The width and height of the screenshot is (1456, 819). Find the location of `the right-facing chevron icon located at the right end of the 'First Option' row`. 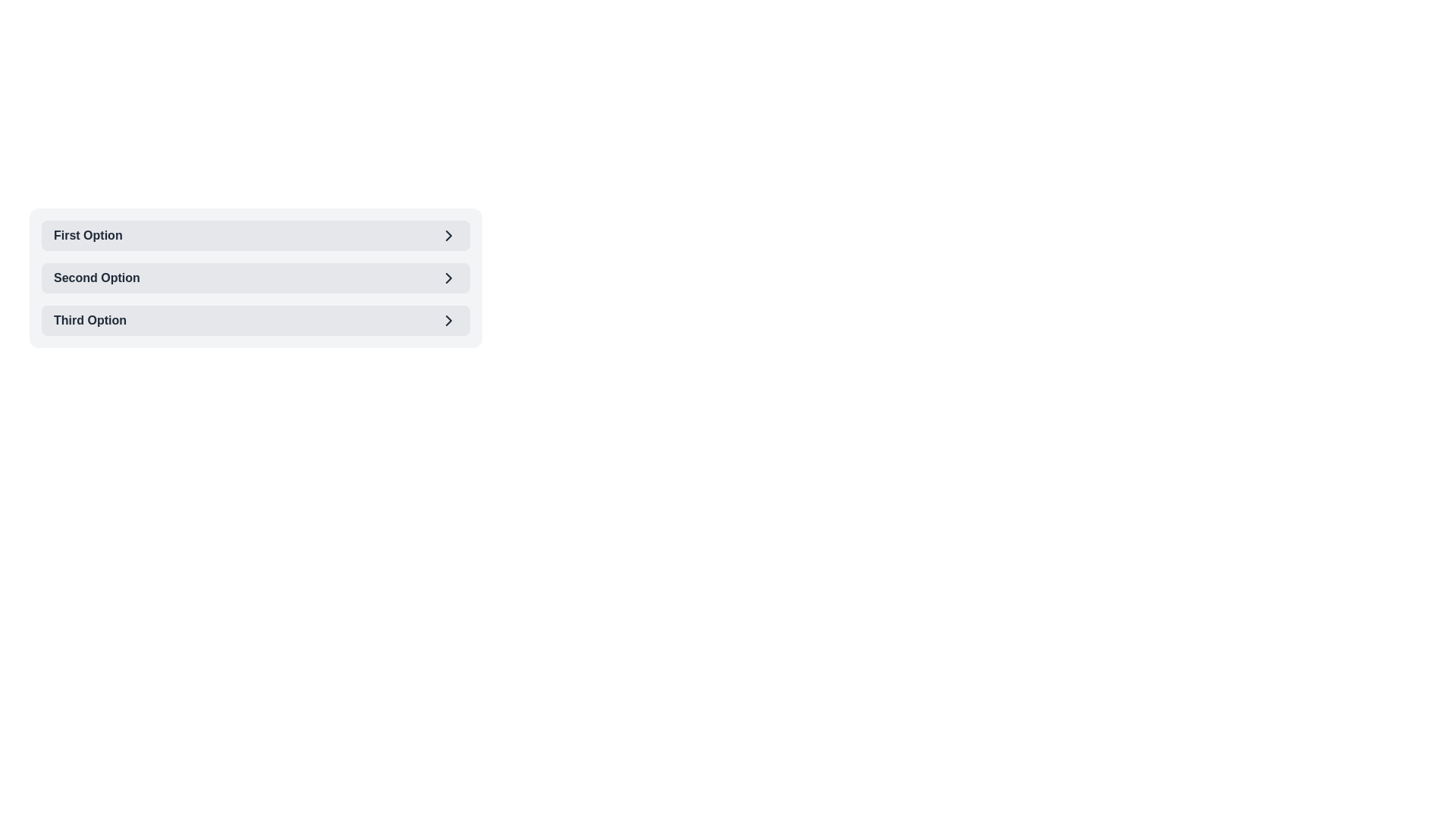

the right-facing chevron icon located at the right end of the 'First Option' row is located at coordinates (447, 236).